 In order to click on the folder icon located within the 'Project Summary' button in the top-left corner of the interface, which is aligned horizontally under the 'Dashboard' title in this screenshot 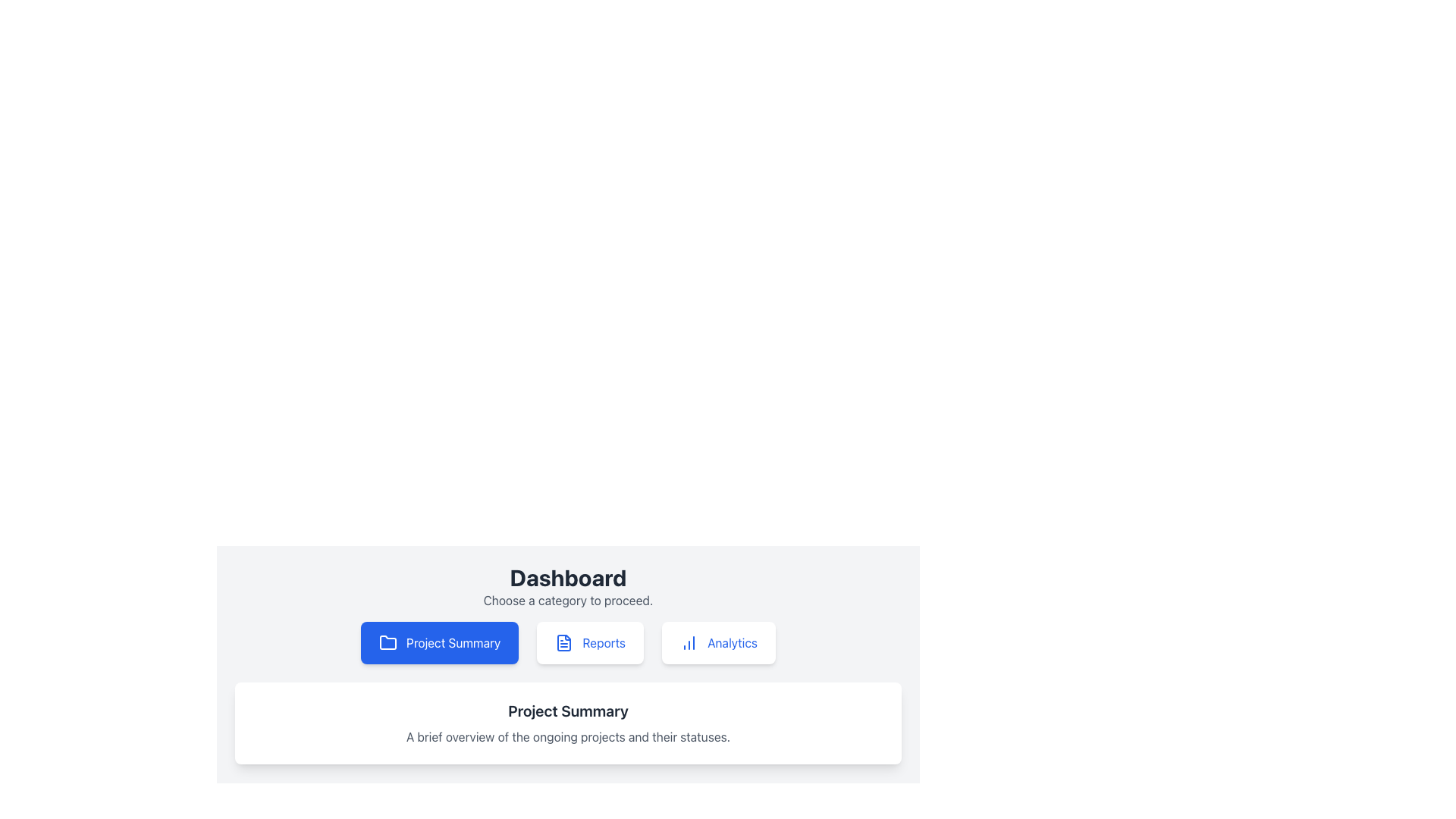, I will do `click(388, 642)`.